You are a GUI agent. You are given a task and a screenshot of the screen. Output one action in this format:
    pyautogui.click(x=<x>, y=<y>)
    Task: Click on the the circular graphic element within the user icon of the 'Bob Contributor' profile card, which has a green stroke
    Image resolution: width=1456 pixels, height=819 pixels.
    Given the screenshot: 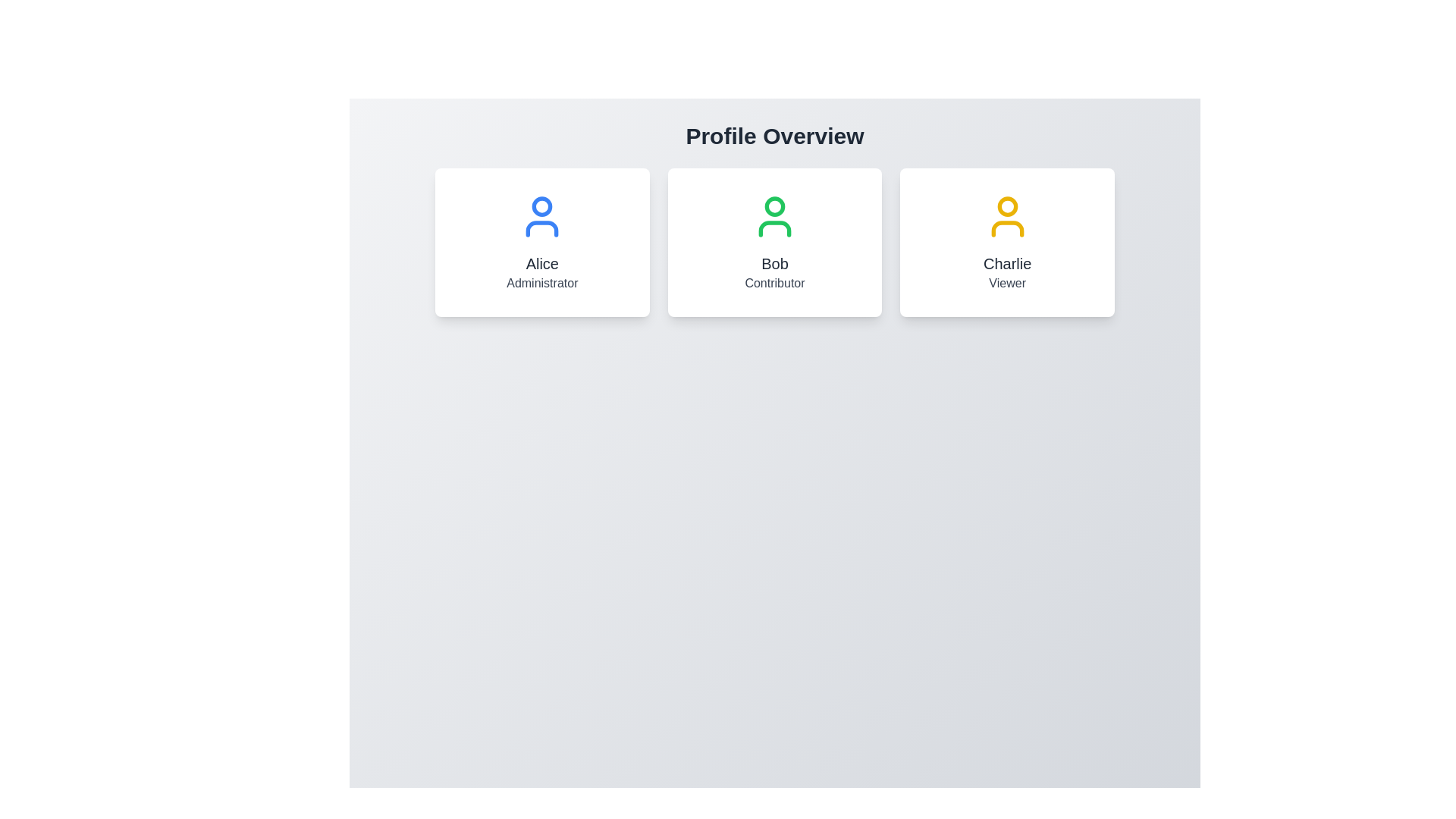 What is the action you would take?
    pyautogui.click(x=775, y=206)
    